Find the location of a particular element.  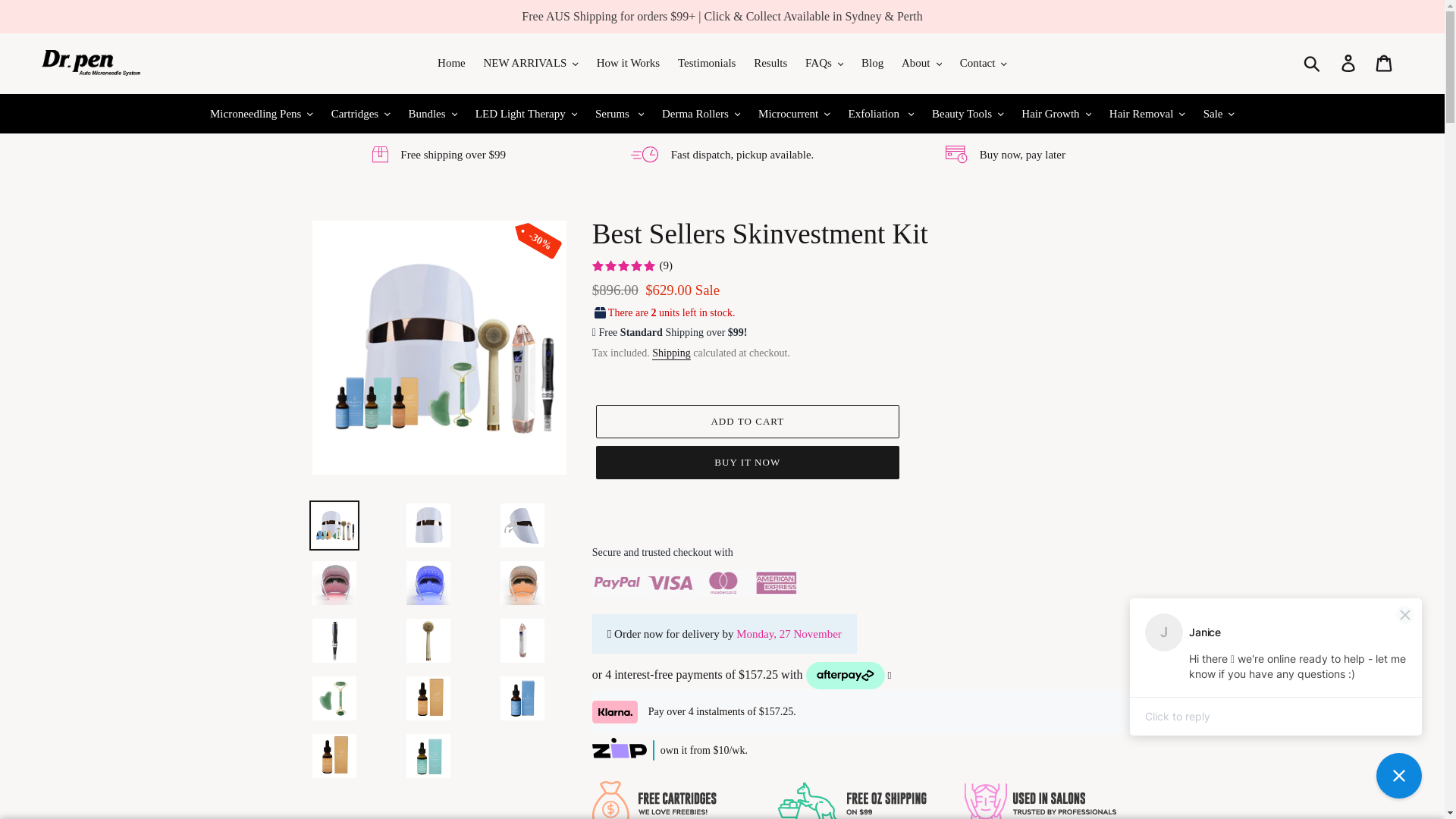

'Shipping' is located at coordinates (670, 353).